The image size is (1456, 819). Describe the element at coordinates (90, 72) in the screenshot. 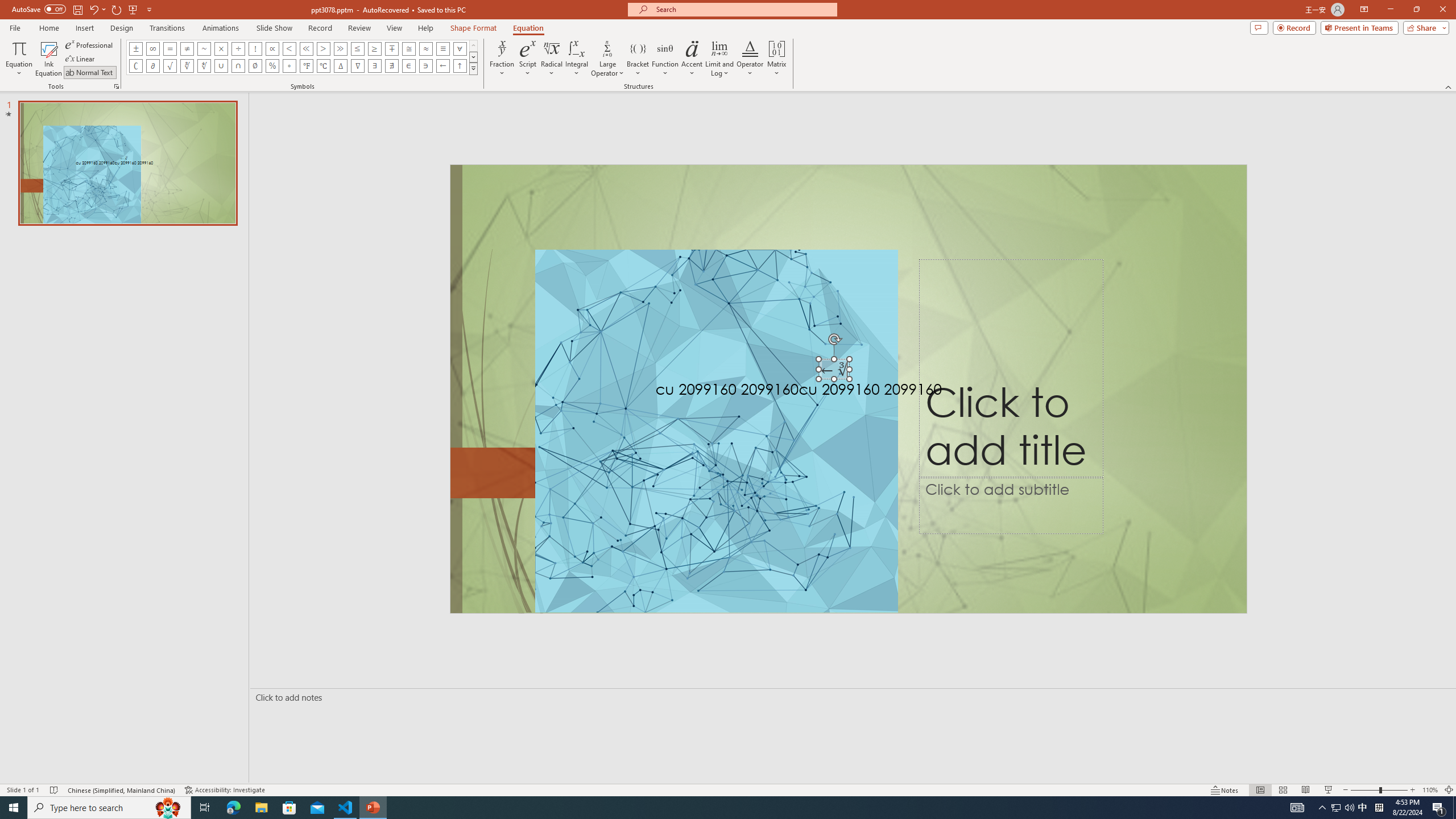

I see `'Normal Text'` at that location.